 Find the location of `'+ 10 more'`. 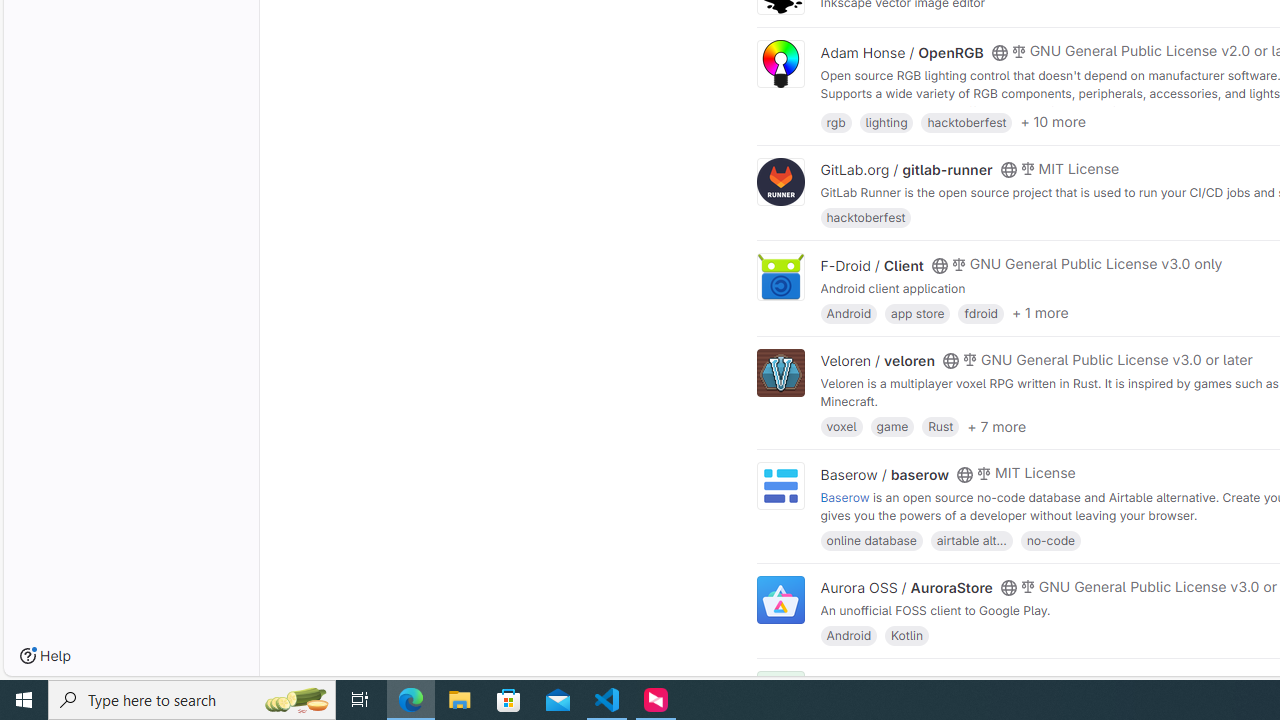

'+ 10 more' is located at coordinates (1052, 122).